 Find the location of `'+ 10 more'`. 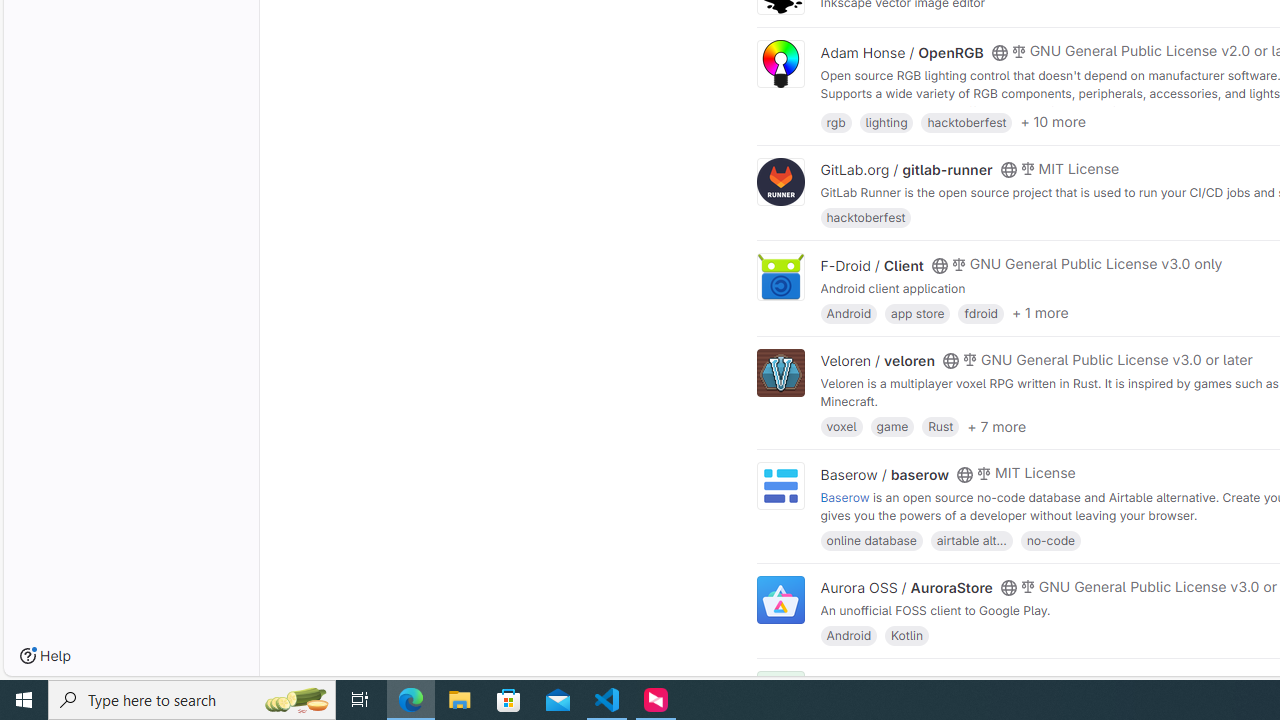

'+ 10 more' is located at coordinates (1052, 122).